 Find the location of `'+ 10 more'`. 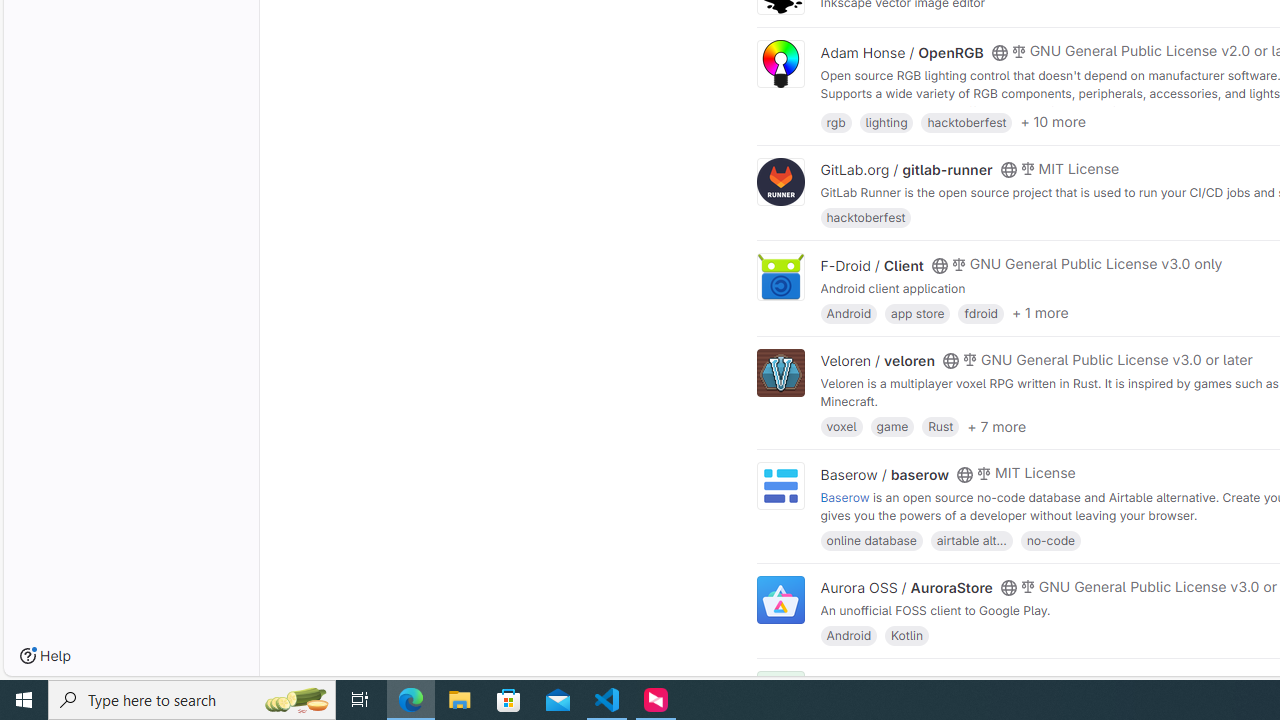

'+ 10 more' is located at coordinates (1052, 122).